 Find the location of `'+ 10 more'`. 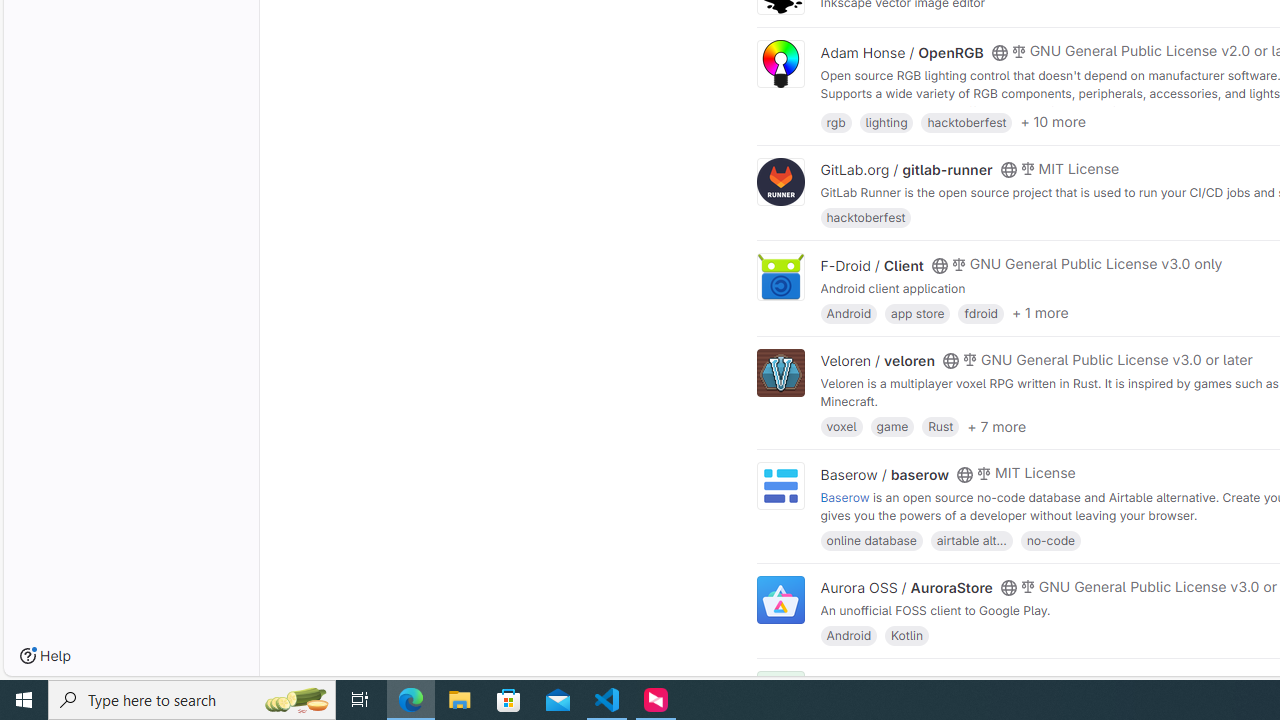

'+ 10 more' is located at coordinates (1052, 122).